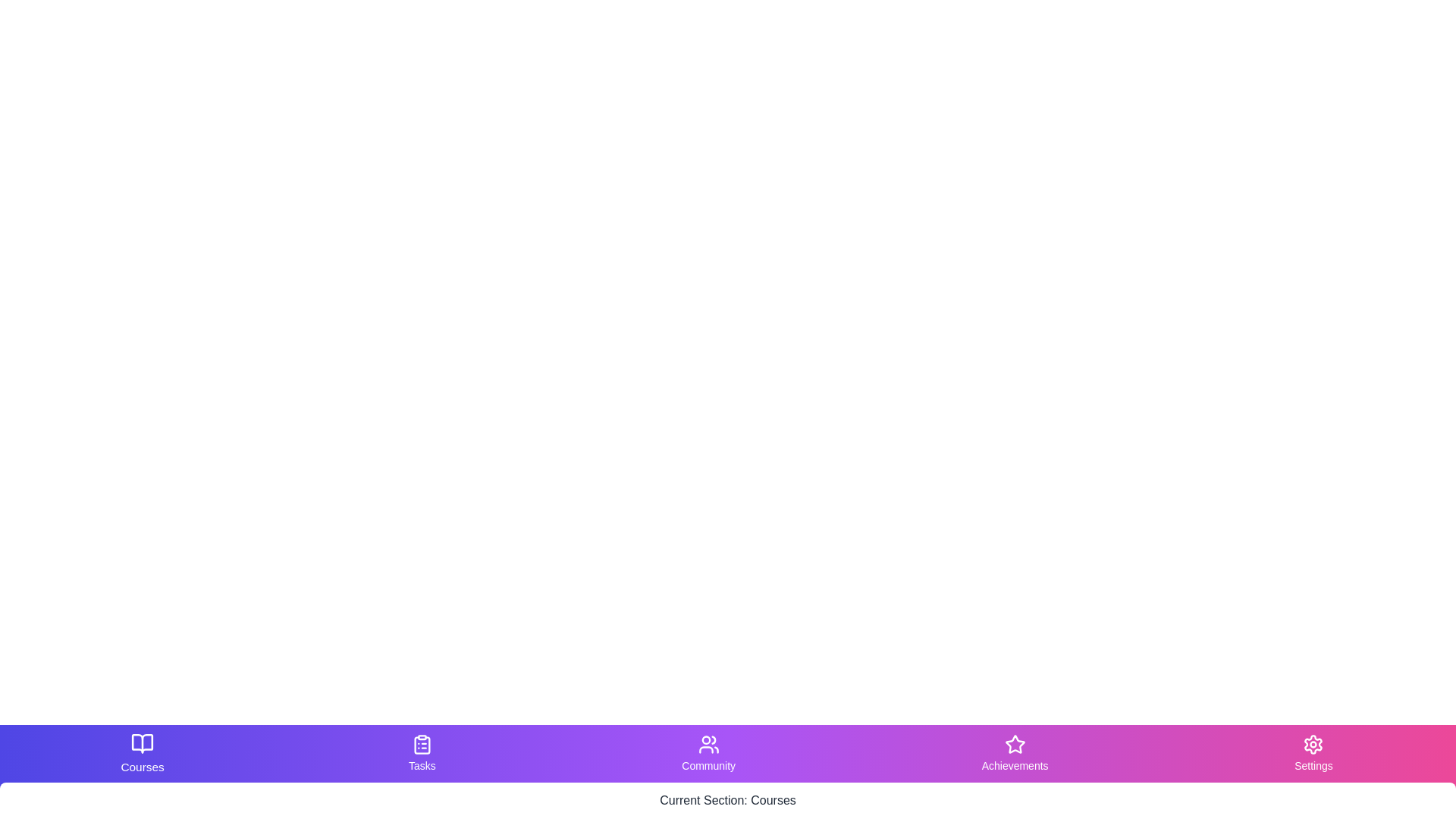 The width and height of the screenshot is (1456, 819). I want to click on the Community tab, so click(708, 754).